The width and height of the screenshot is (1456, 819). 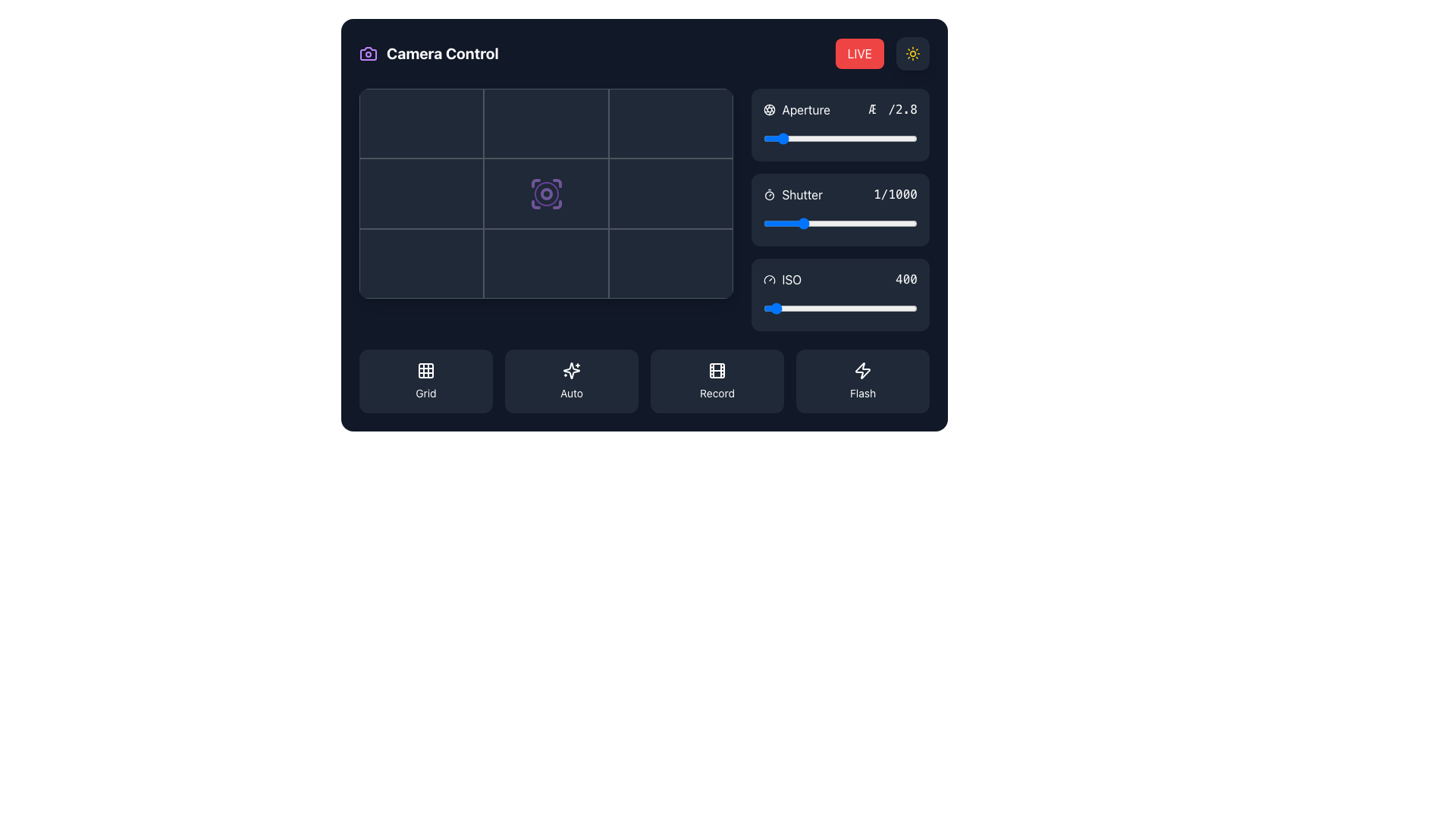 I want to click on the shutter speed value, so click(x=767, y=223).